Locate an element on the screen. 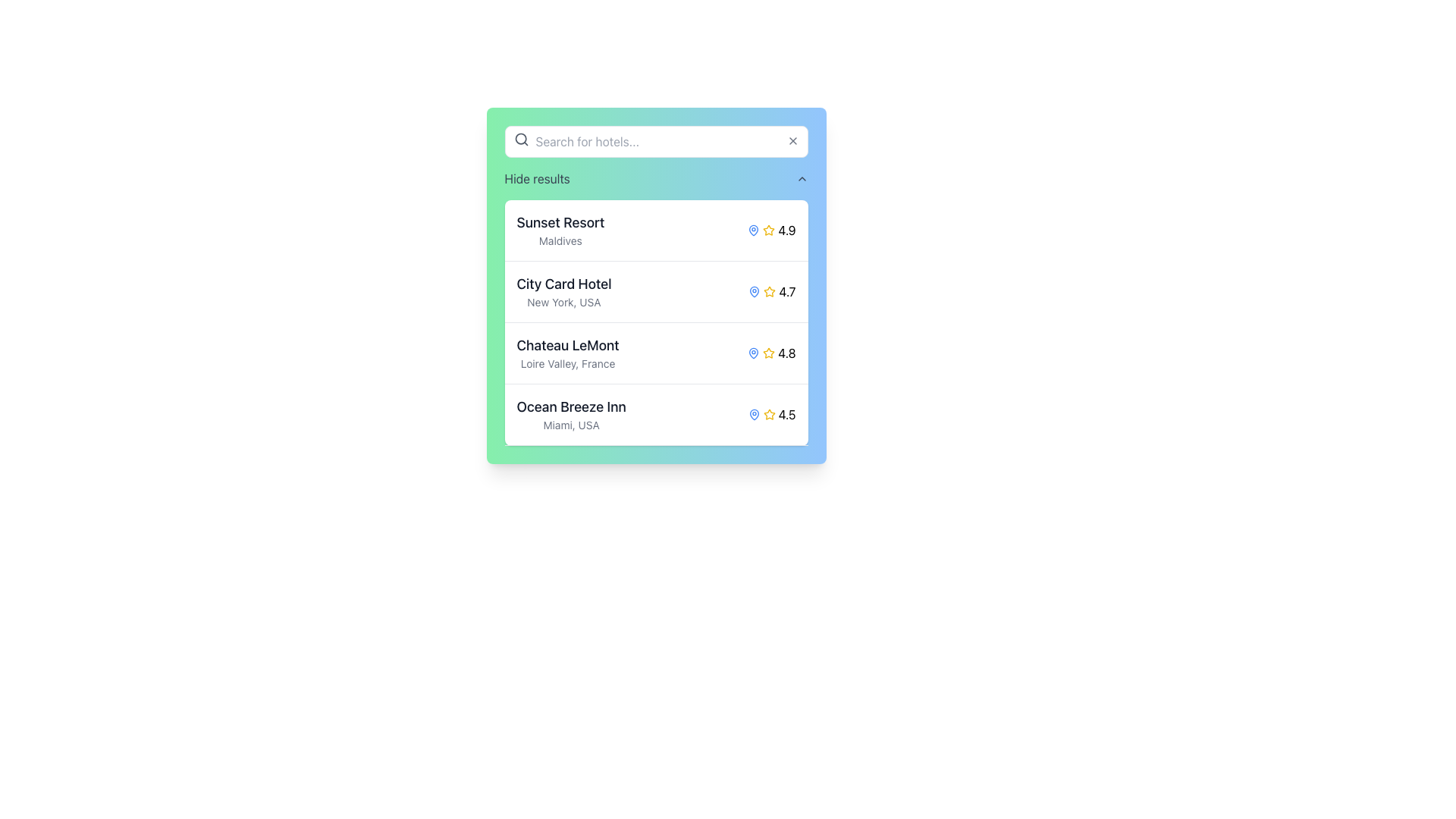 The width and height of the screenshot is (1456, 819). the text label 'Ocean Breeze Inn', which is the first line of text in the fourth hotel option in a list of results is located at coordinates (570, 406).